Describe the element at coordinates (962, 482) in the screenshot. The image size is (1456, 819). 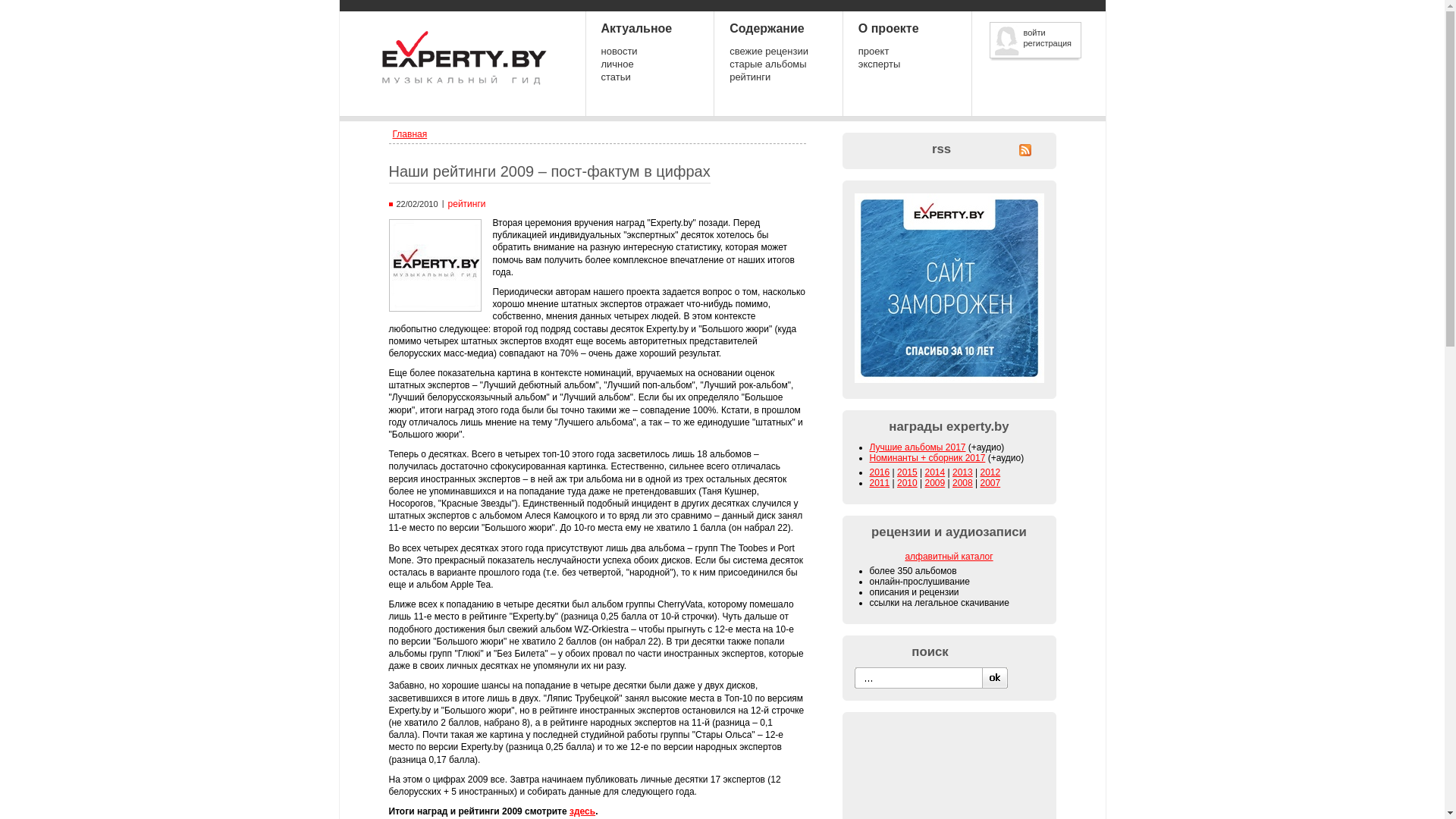
I see `'2008'` at that location.